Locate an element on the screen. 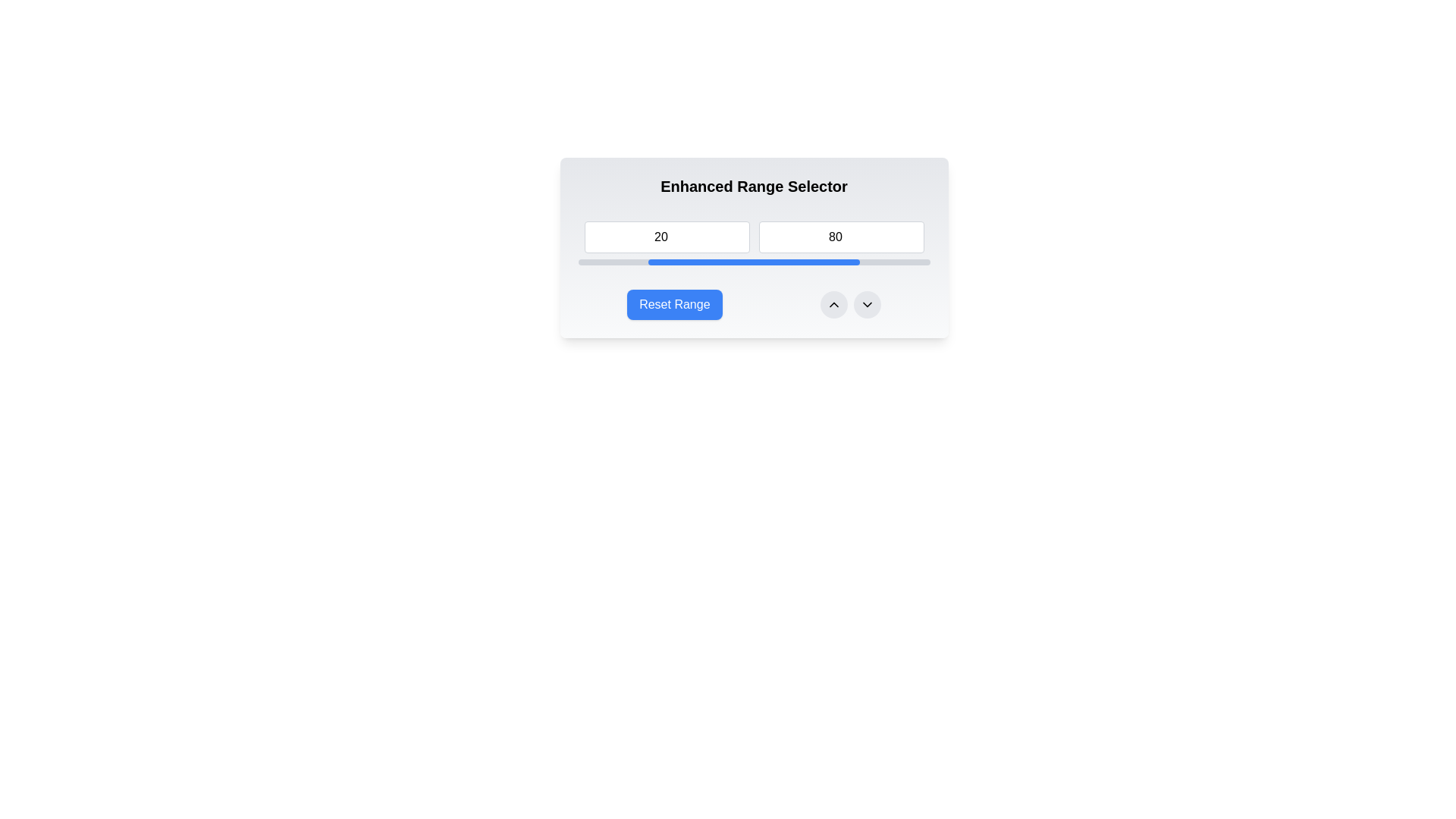  the lower circular button in the complex interactive component to decrement a value is located at coordinates (754, 304).